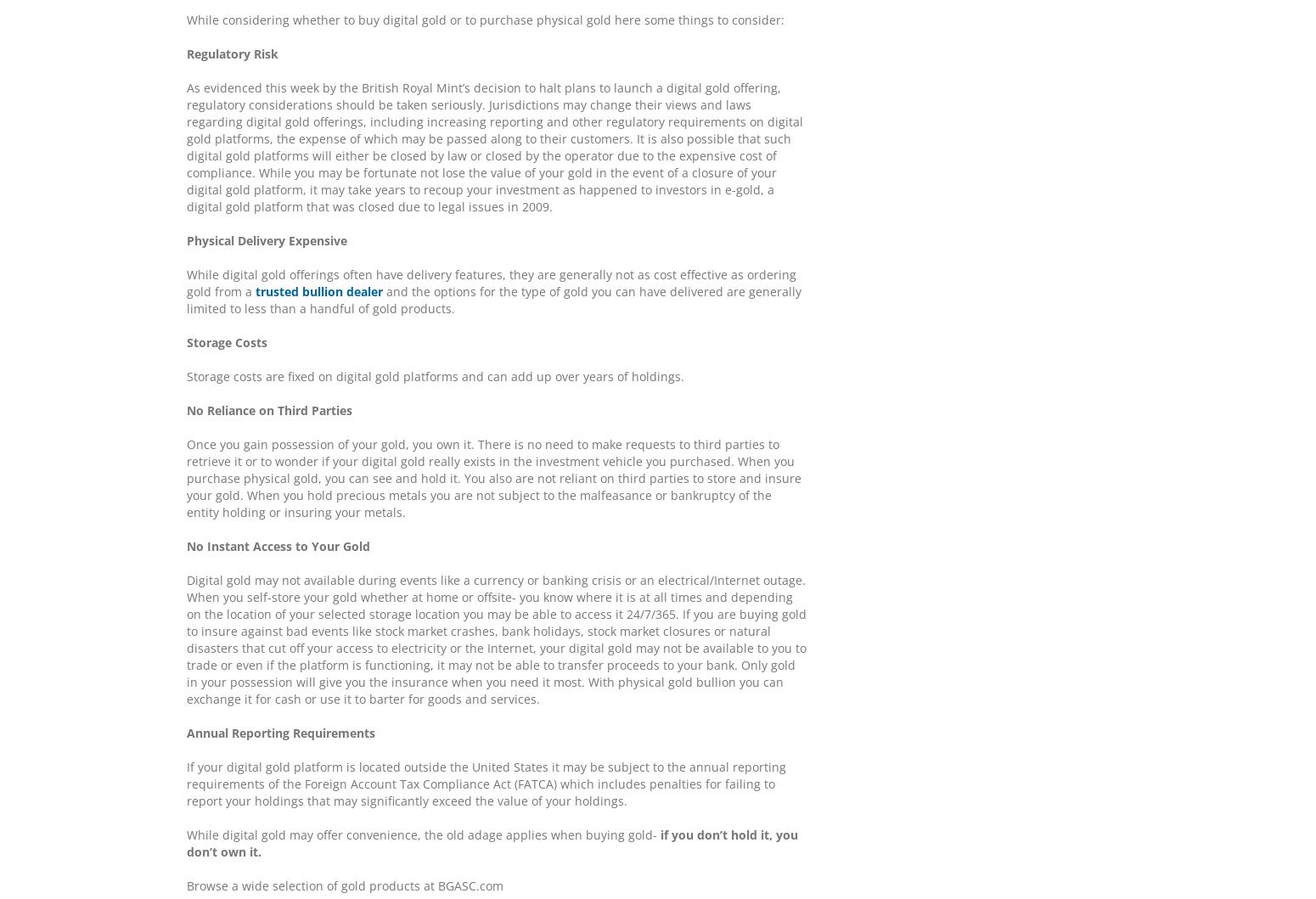 This screenshot has width=1316, height=899. What do you see at coordinates (227, 341) in the screenshot?
I see `'Storage Costs'` at bounding box center [227, 341].